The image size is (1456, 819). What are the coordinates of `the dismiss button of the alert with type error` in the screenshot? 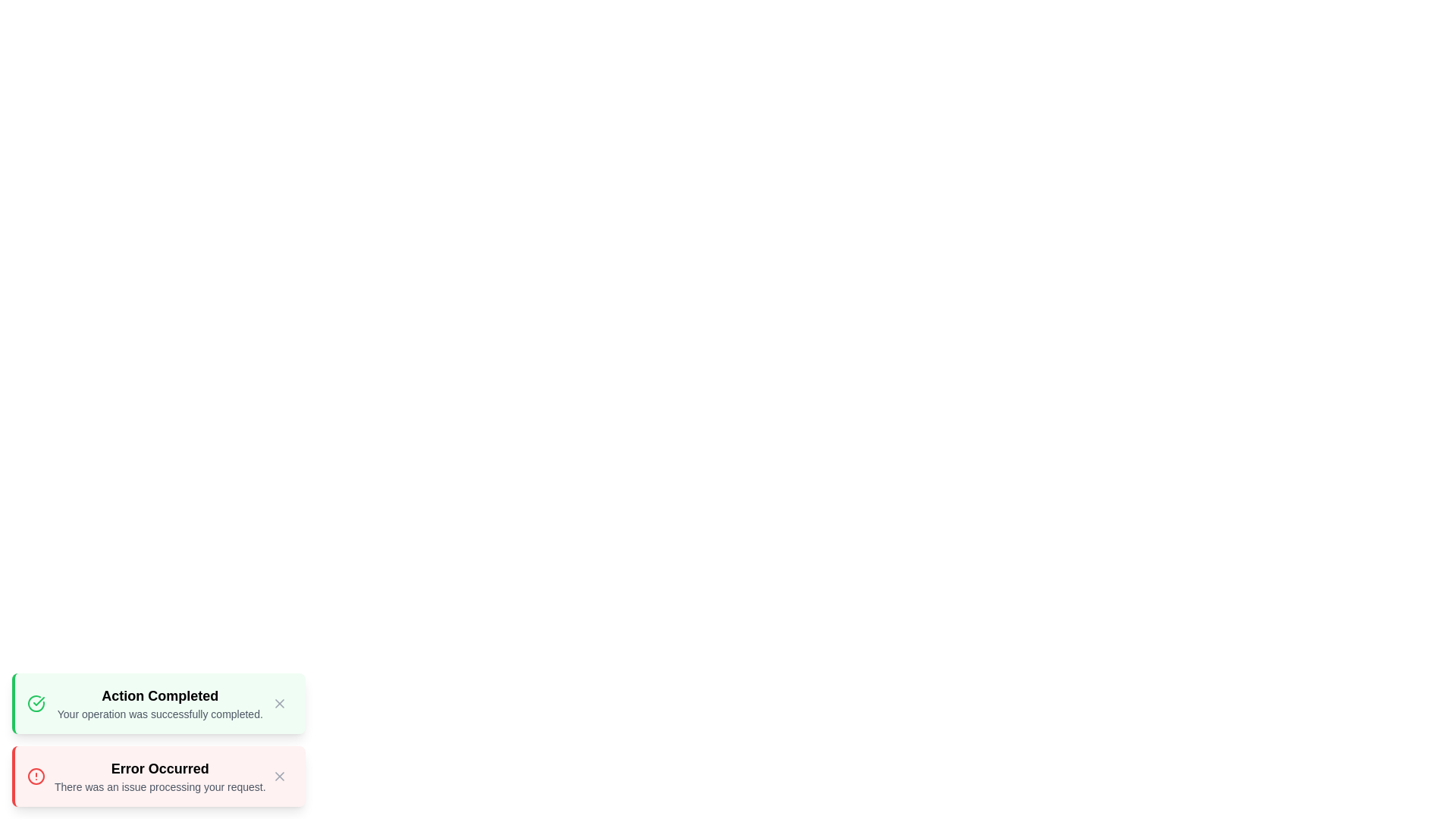 It's located at (279, 776).